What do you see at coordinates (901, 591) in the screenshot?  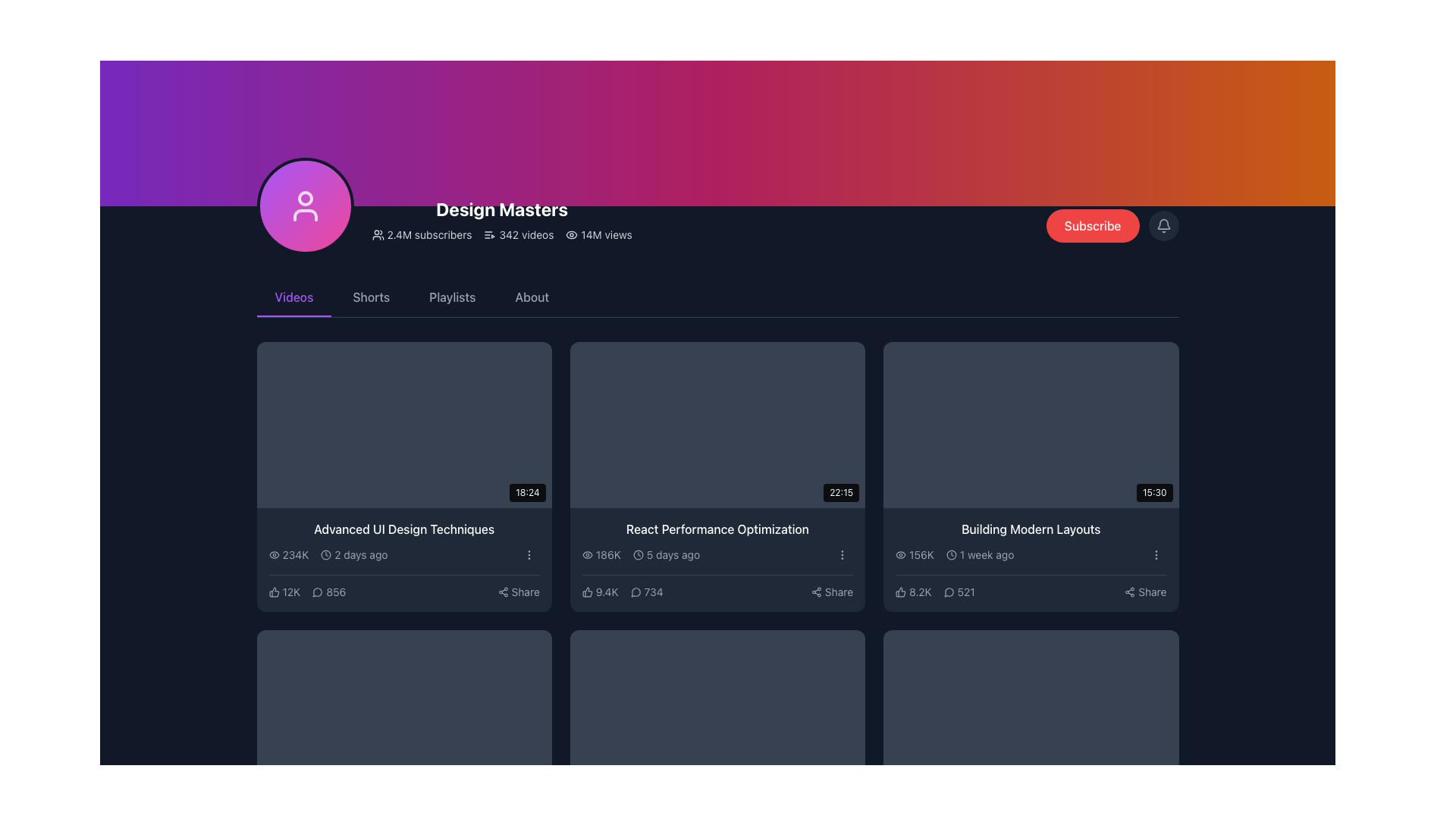 I see `the thumbs-up SVG icon, which is part of a compact layout beneath the video titled 'Building Modern Layouts', located left of the numeric counter displaying '8.2K'` at bounding box center [901, 591].